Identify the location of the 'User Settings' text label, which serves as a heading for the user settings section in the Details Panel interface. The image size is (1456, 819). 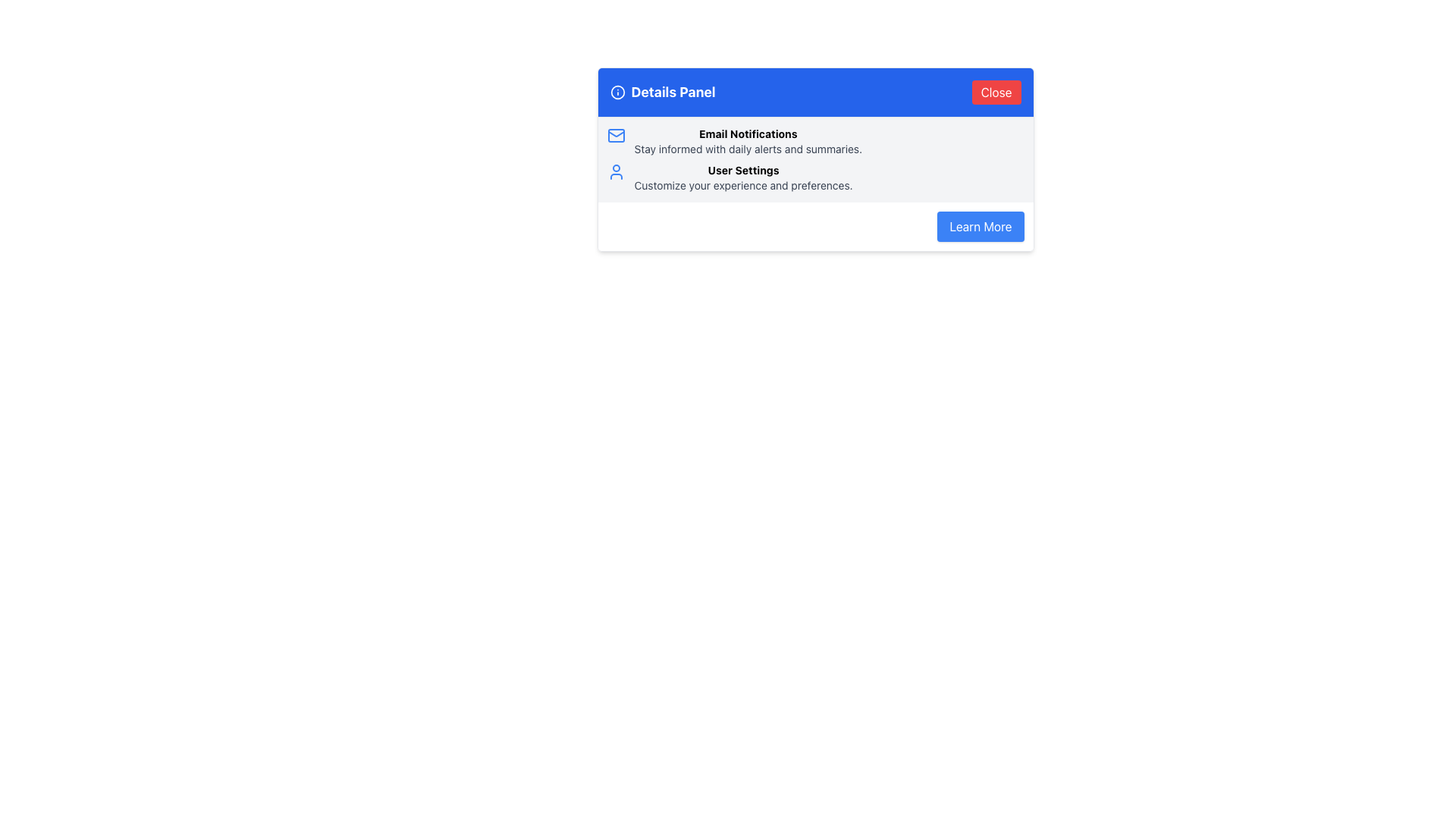
(743, 170).